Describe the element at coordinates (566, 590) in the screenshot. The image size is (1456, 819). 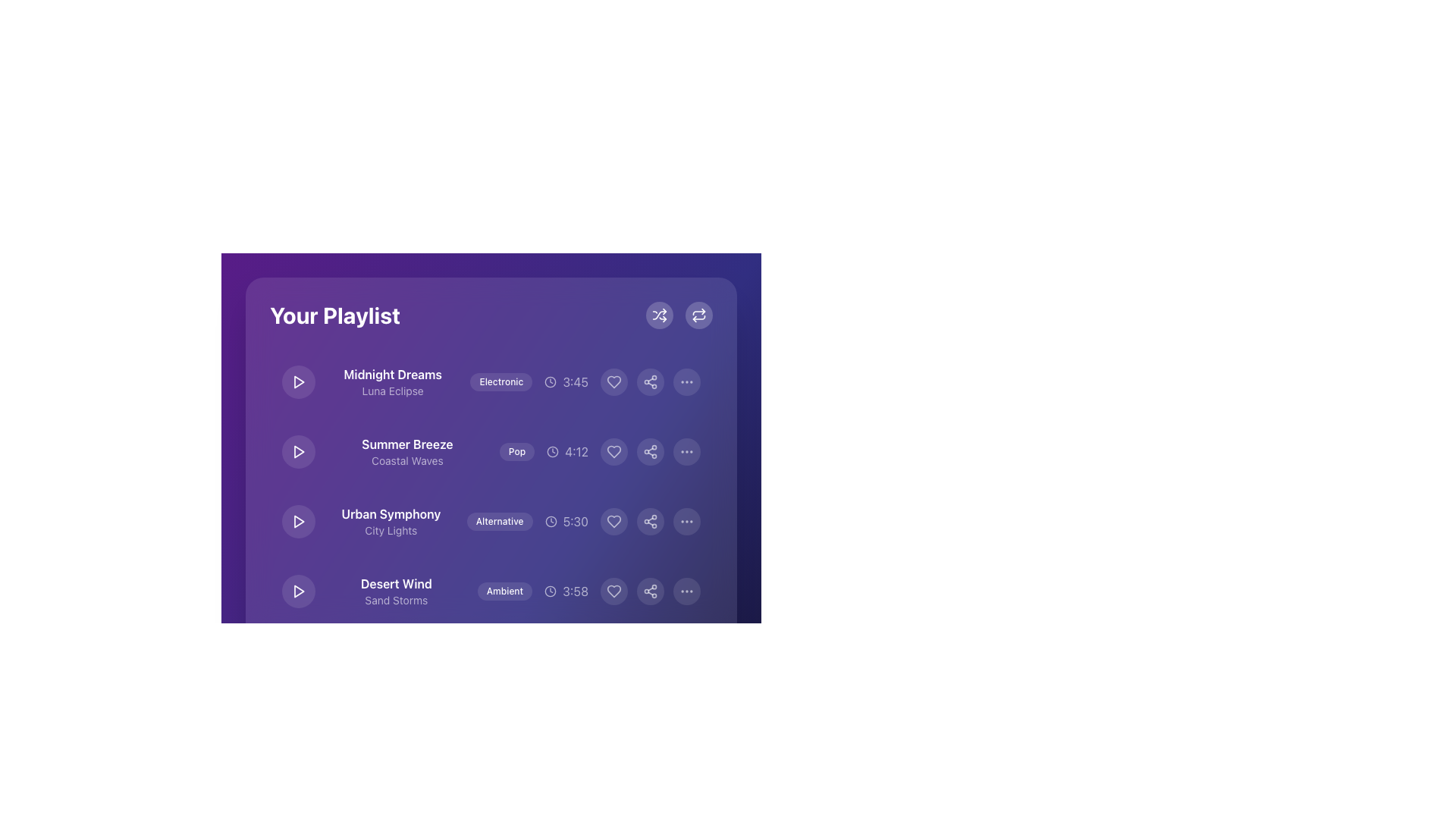
I see `the time indicator displaying '3:58' with a clock icon, located on the fourth row of the playlist section, to the right of 'Ambient'` at that location.